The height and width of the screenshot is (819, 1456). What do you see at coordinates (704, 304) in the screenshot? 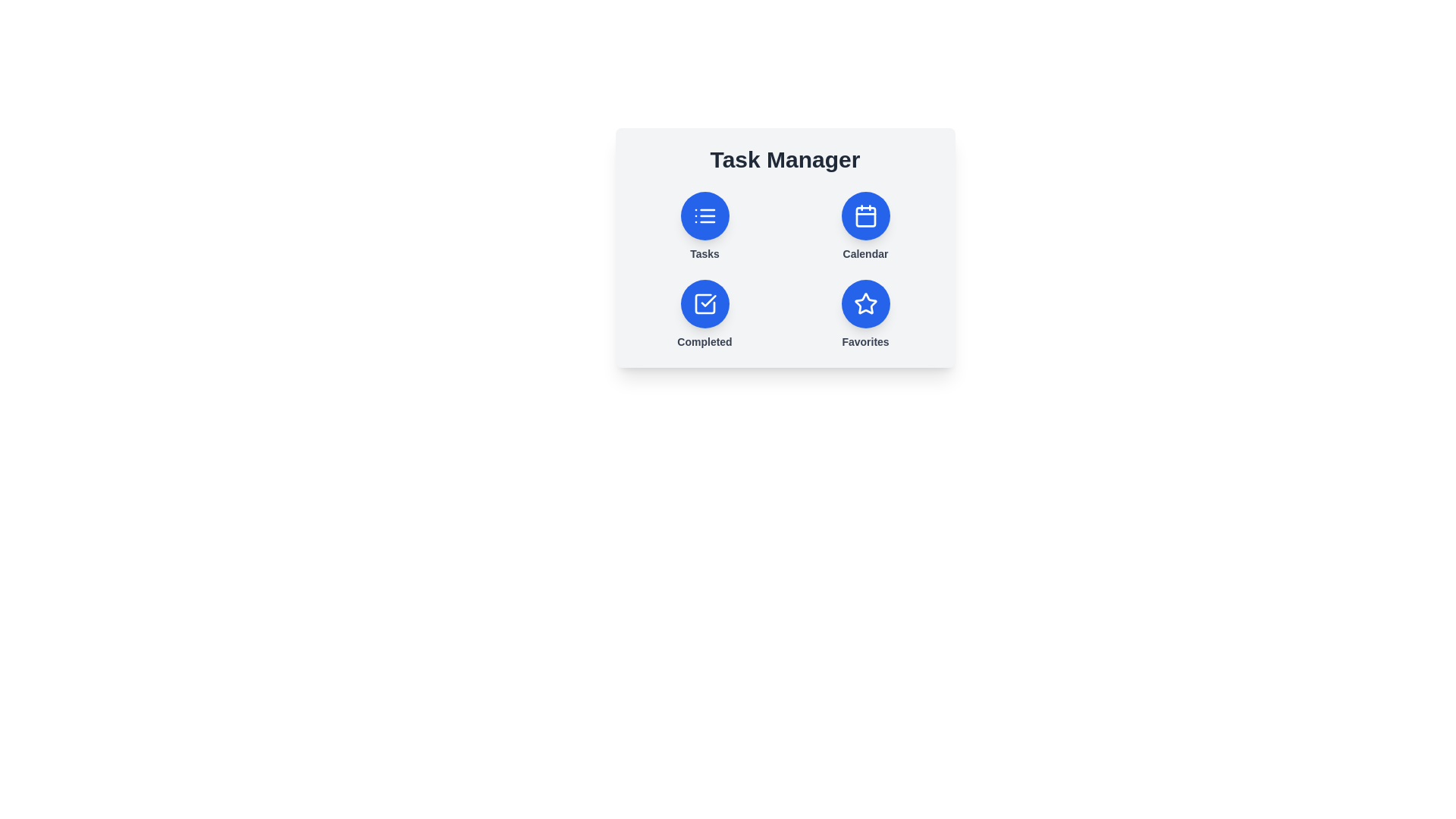
I see `the 'Completed' icon button located in the bottom-left quadrant of the four-icon grid layout` at bounding box center [704, 304].